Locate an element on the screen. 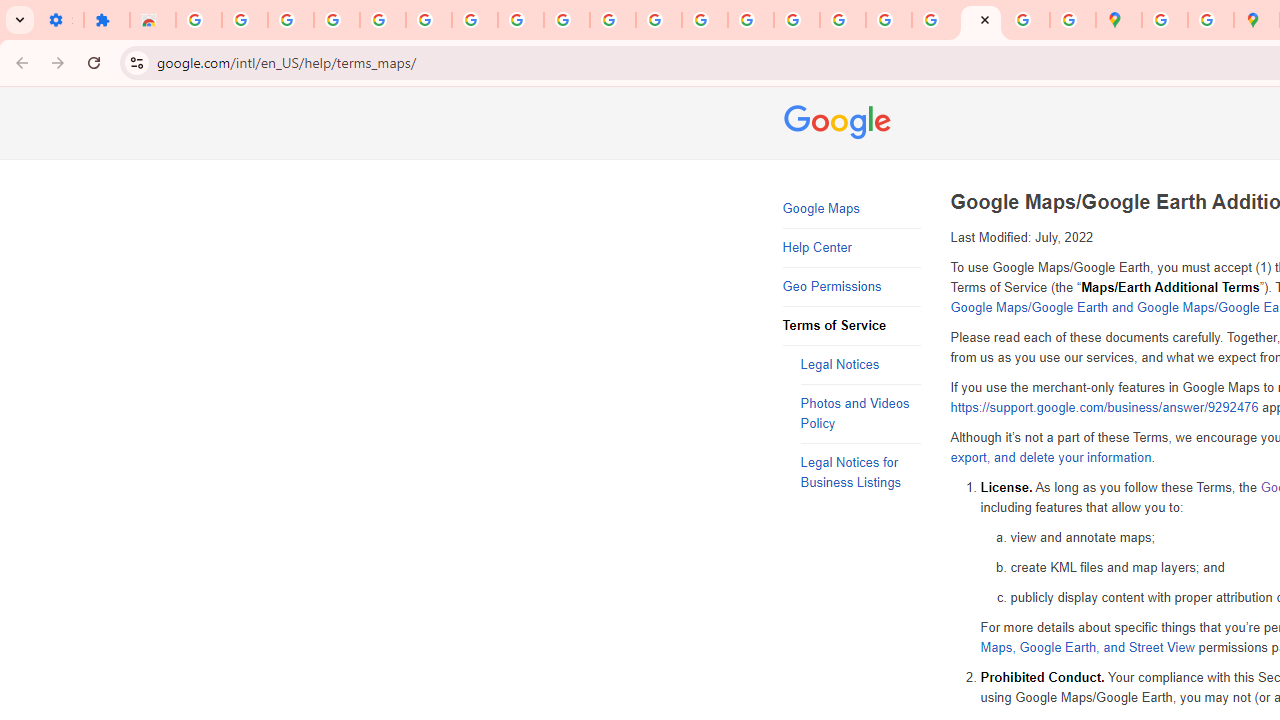  'Legal Notices' is located at coordinates (860, 365).